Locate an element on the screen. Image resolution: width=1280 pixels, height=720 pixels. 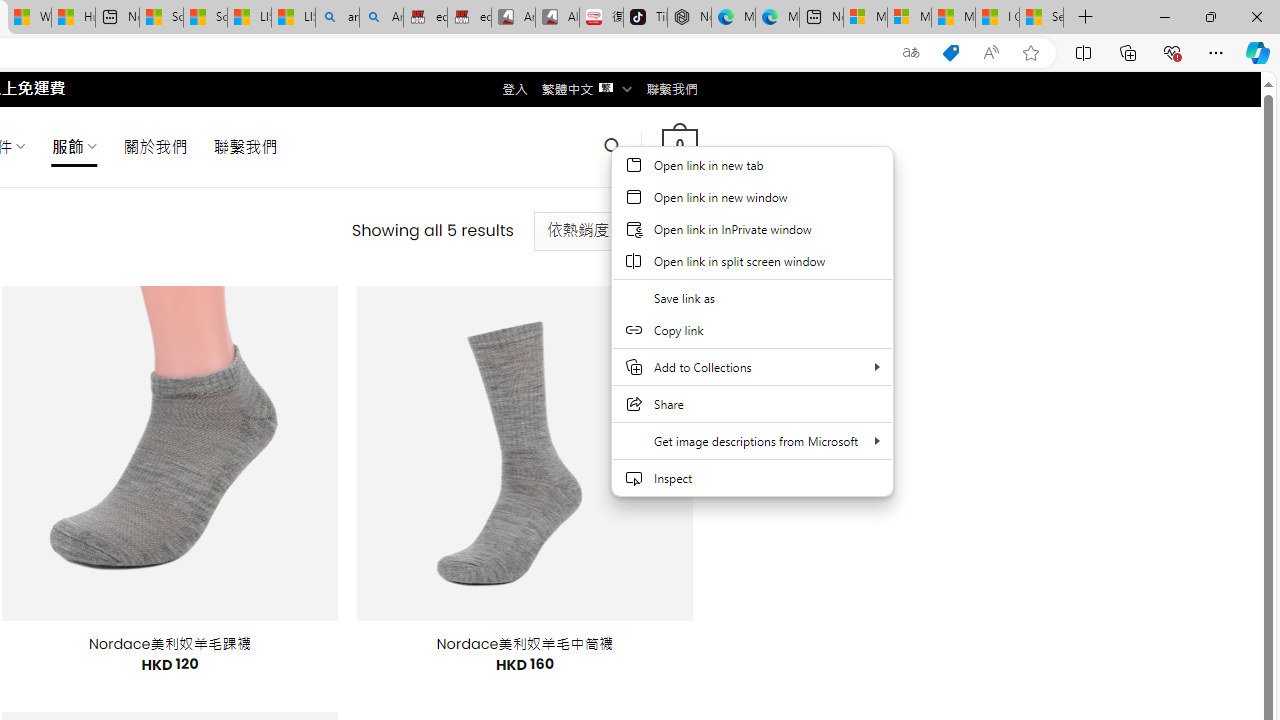
'Share' is located at coordinates (751, 403).